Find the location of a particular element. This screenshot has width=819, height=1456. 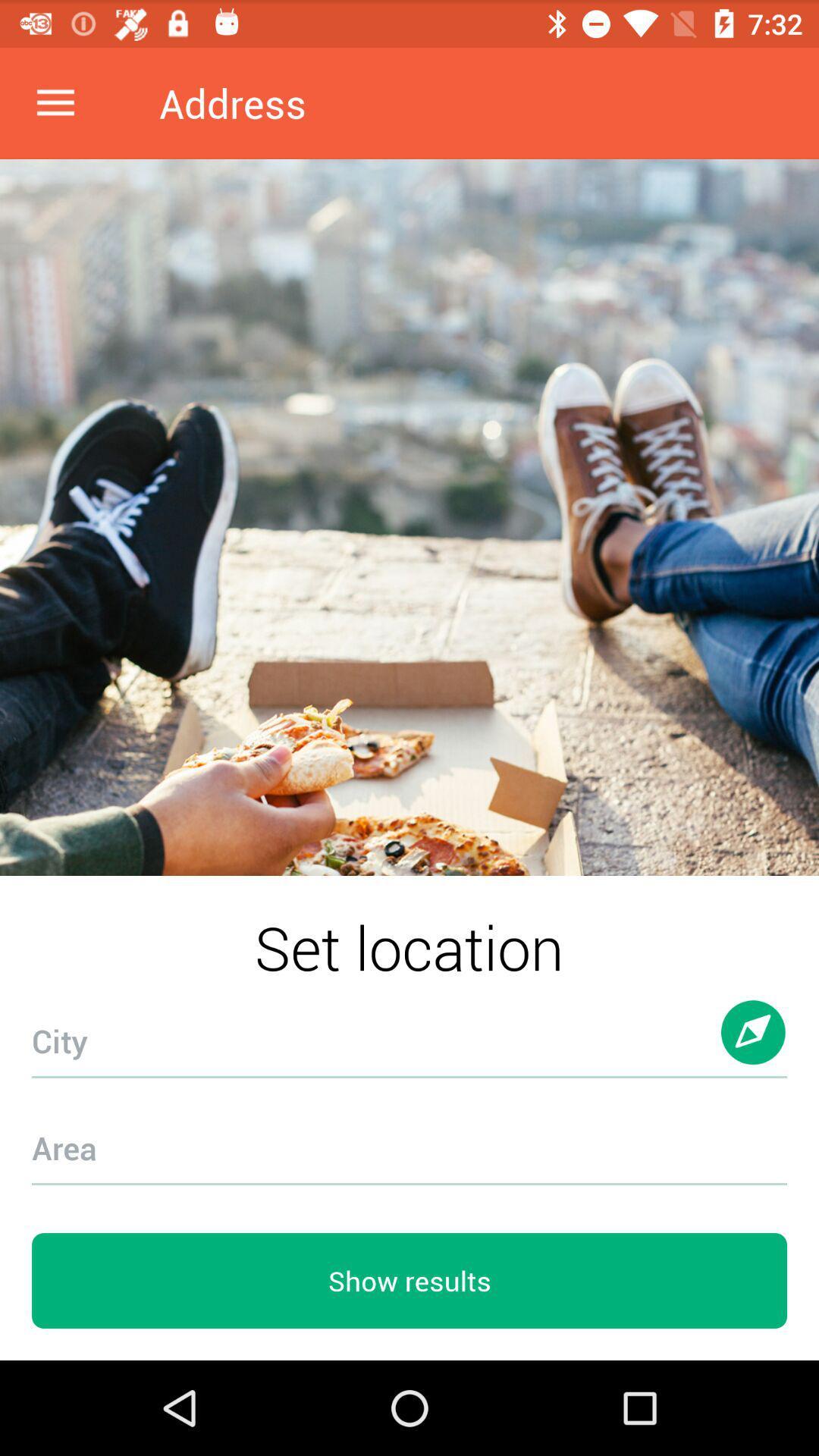

the item at the bottom right corner is located at coordinates (754, 1046).